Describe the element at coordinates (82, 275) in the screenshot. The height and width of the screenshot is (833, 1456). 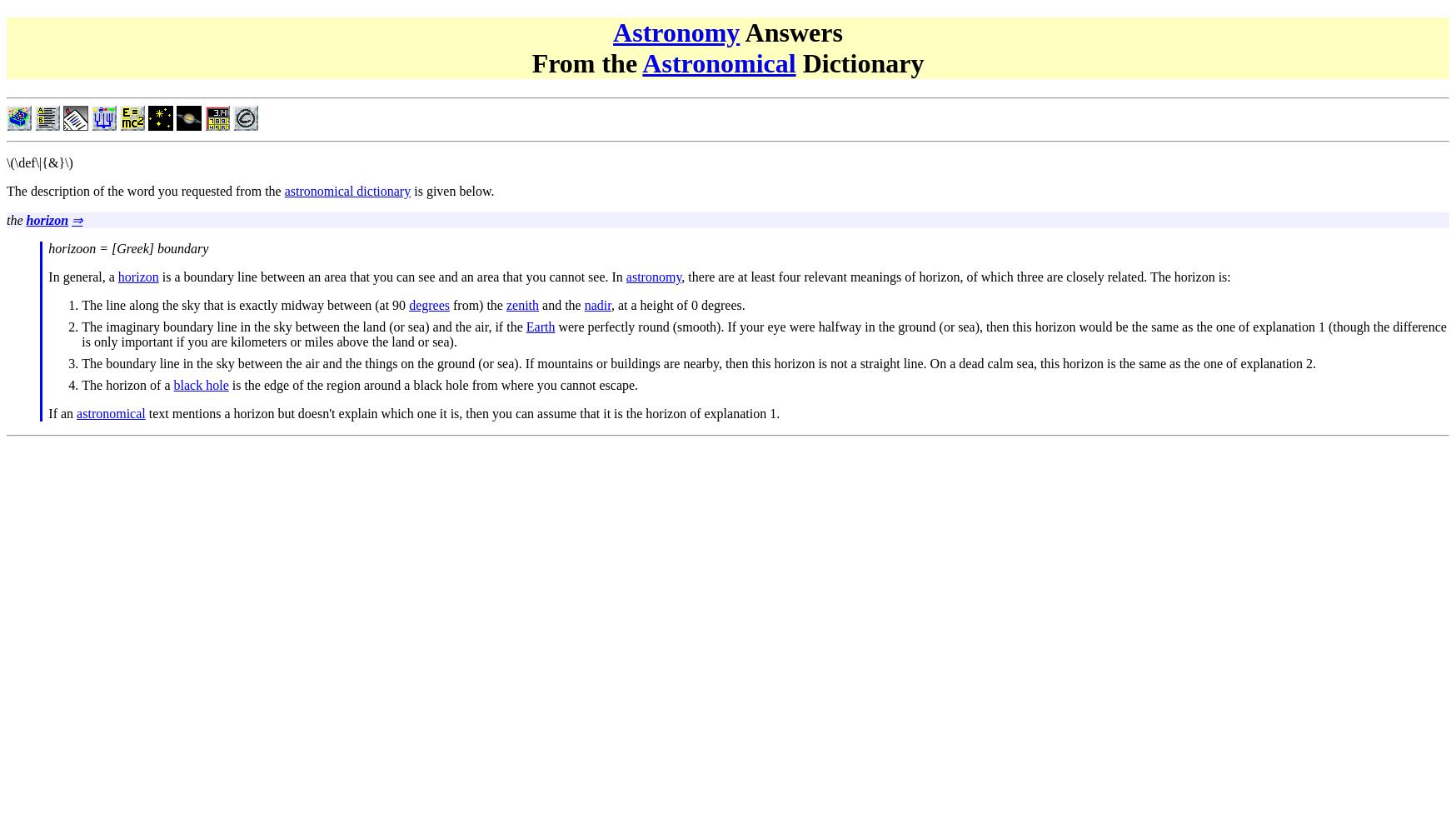
I see `'In general, a'` at that location.